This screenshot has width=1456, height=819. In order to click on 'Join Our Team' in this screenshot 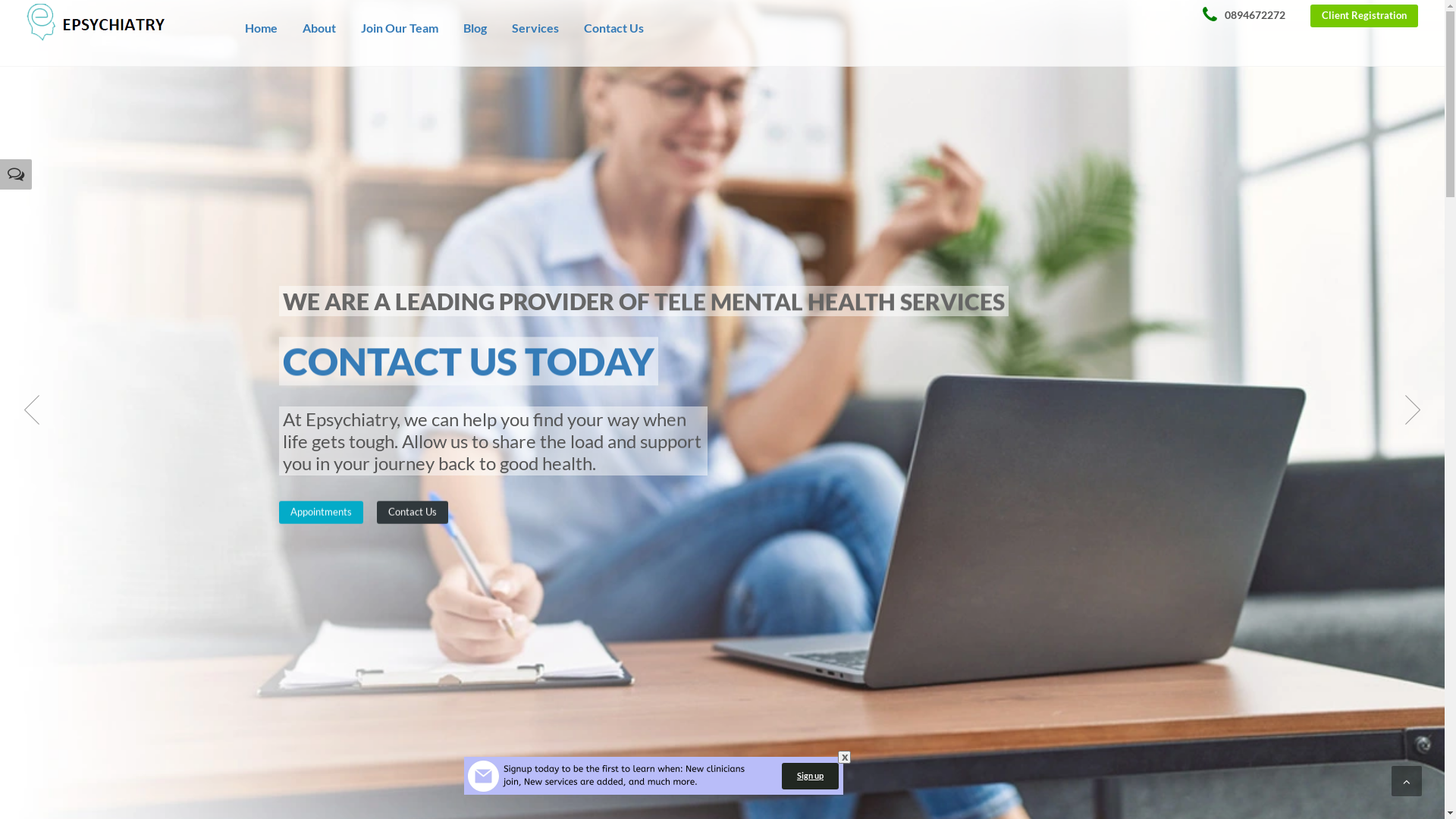, I will do `click(400, 42)`.